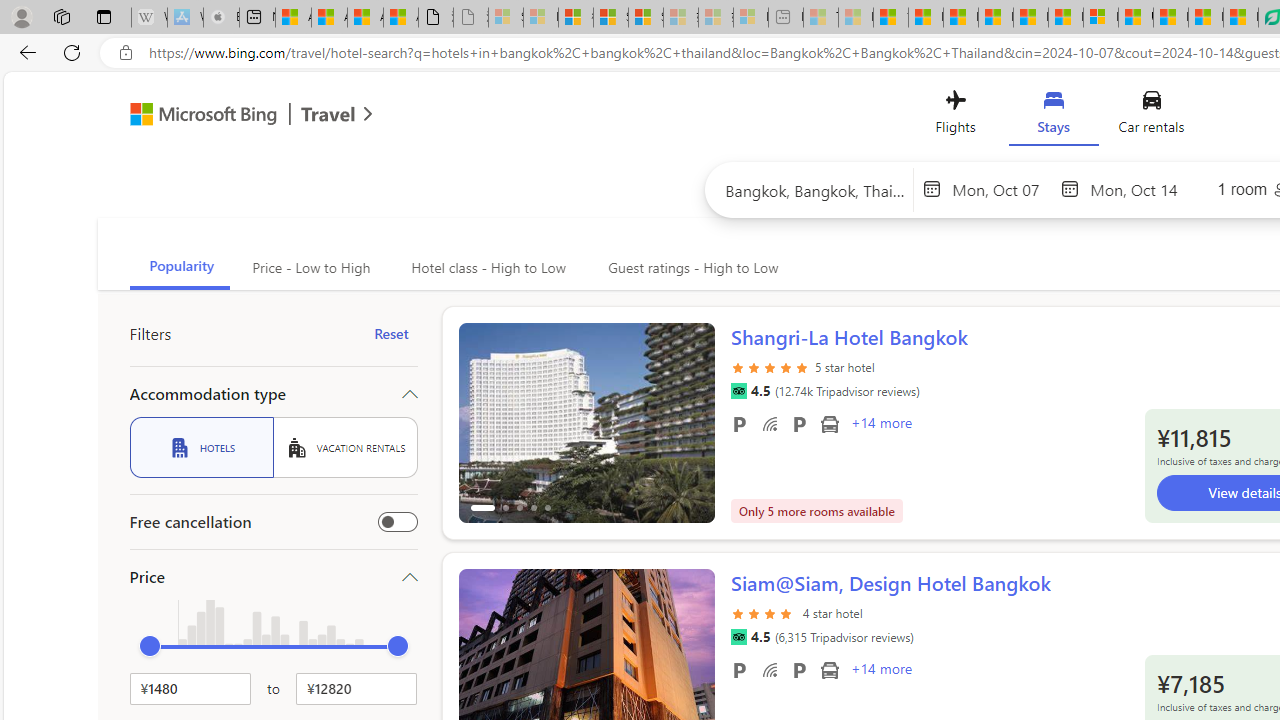  What do you see at coordinates (880, 671) in the screenshot?
I see `'+14 More Amenities'` at bounding box center [880, 671].